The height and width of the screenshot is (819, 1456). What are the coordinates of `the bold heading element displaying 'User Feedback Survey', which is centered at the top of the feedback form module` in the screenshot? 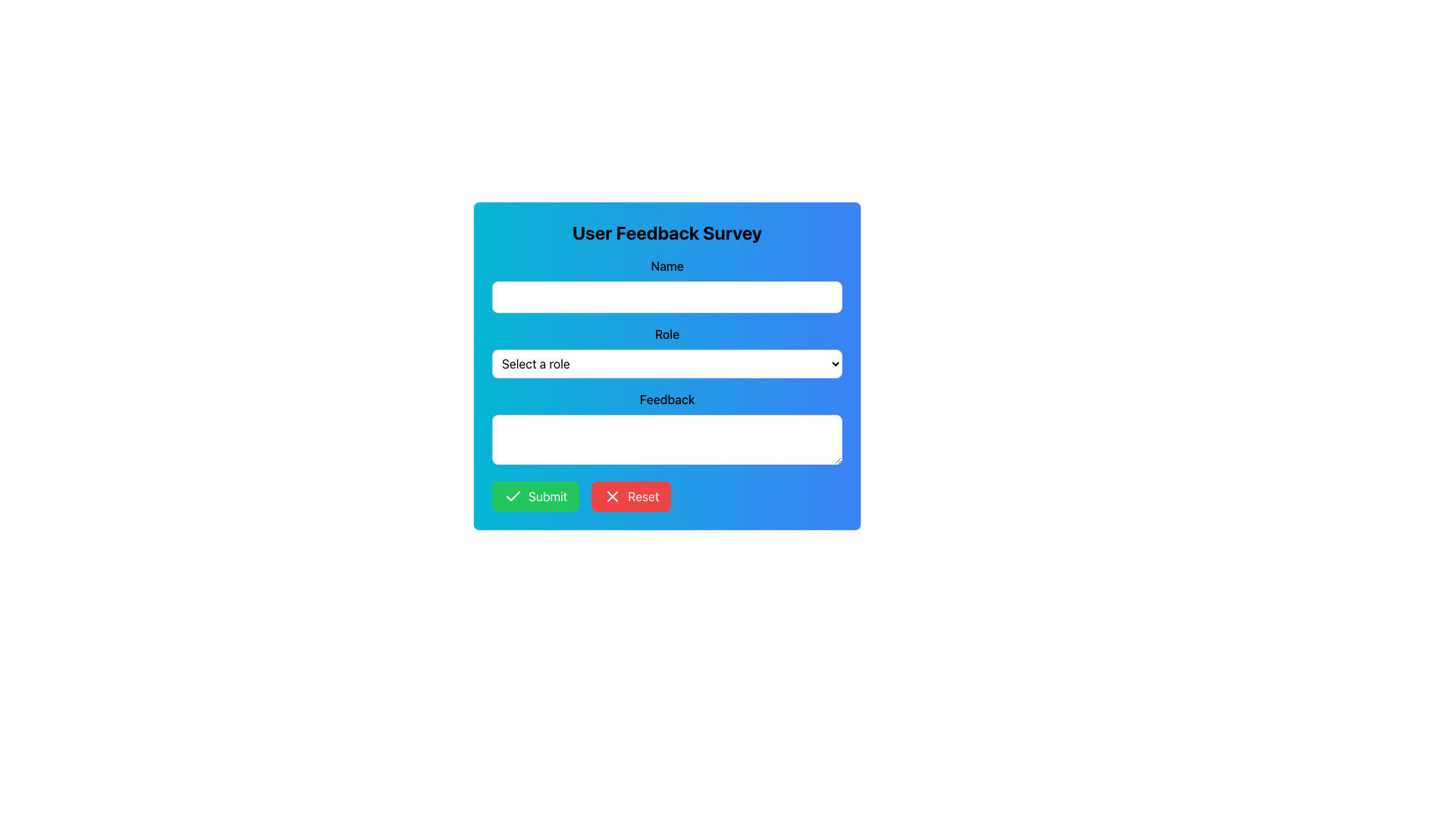 It's located at (667, 233).